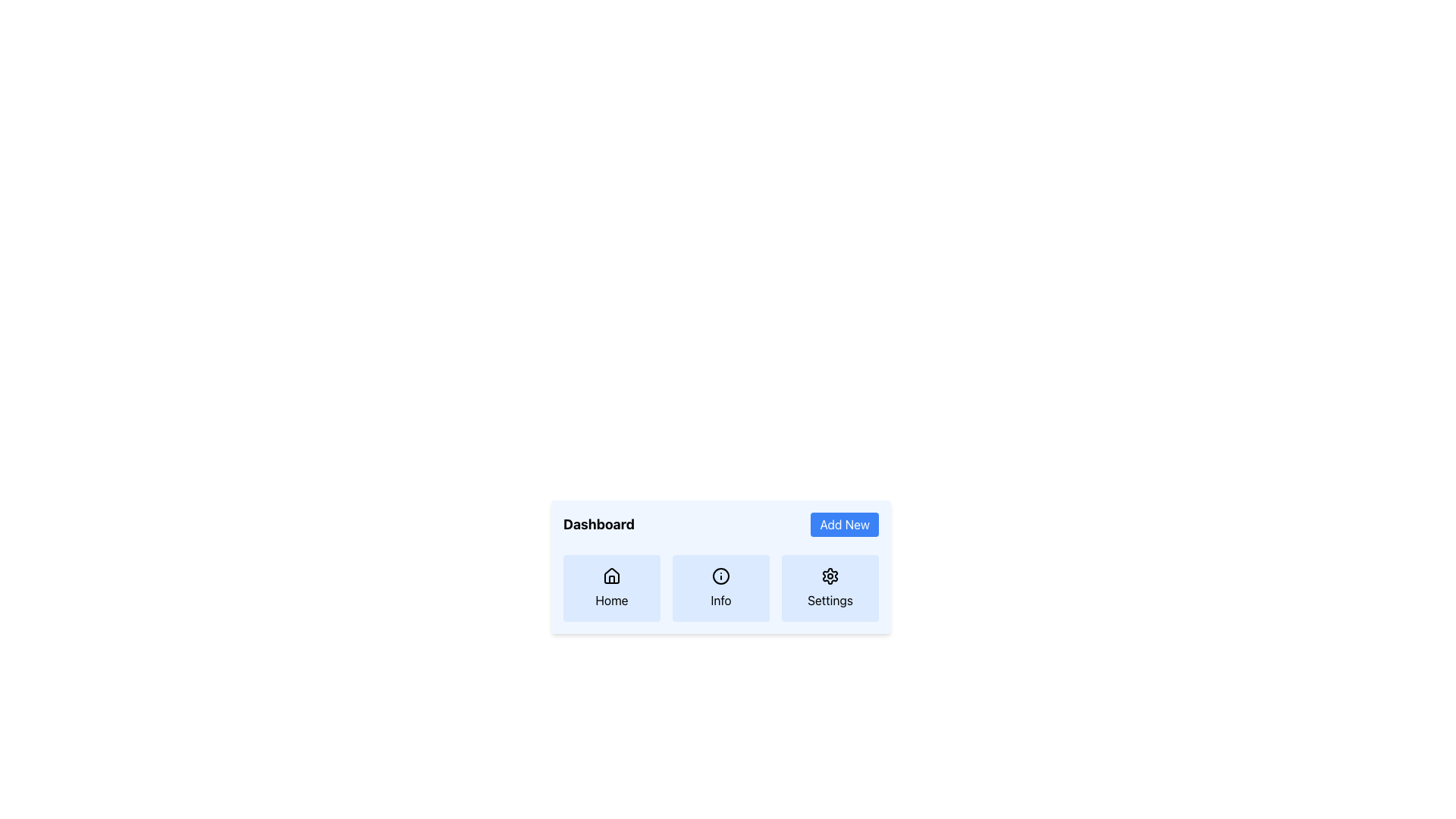 This screenshot has width=1456, height=819. I want to click on the gear icon representing settings, which is part of the 'Settings' card located in the bottom section of the interface, so click(829, 576).